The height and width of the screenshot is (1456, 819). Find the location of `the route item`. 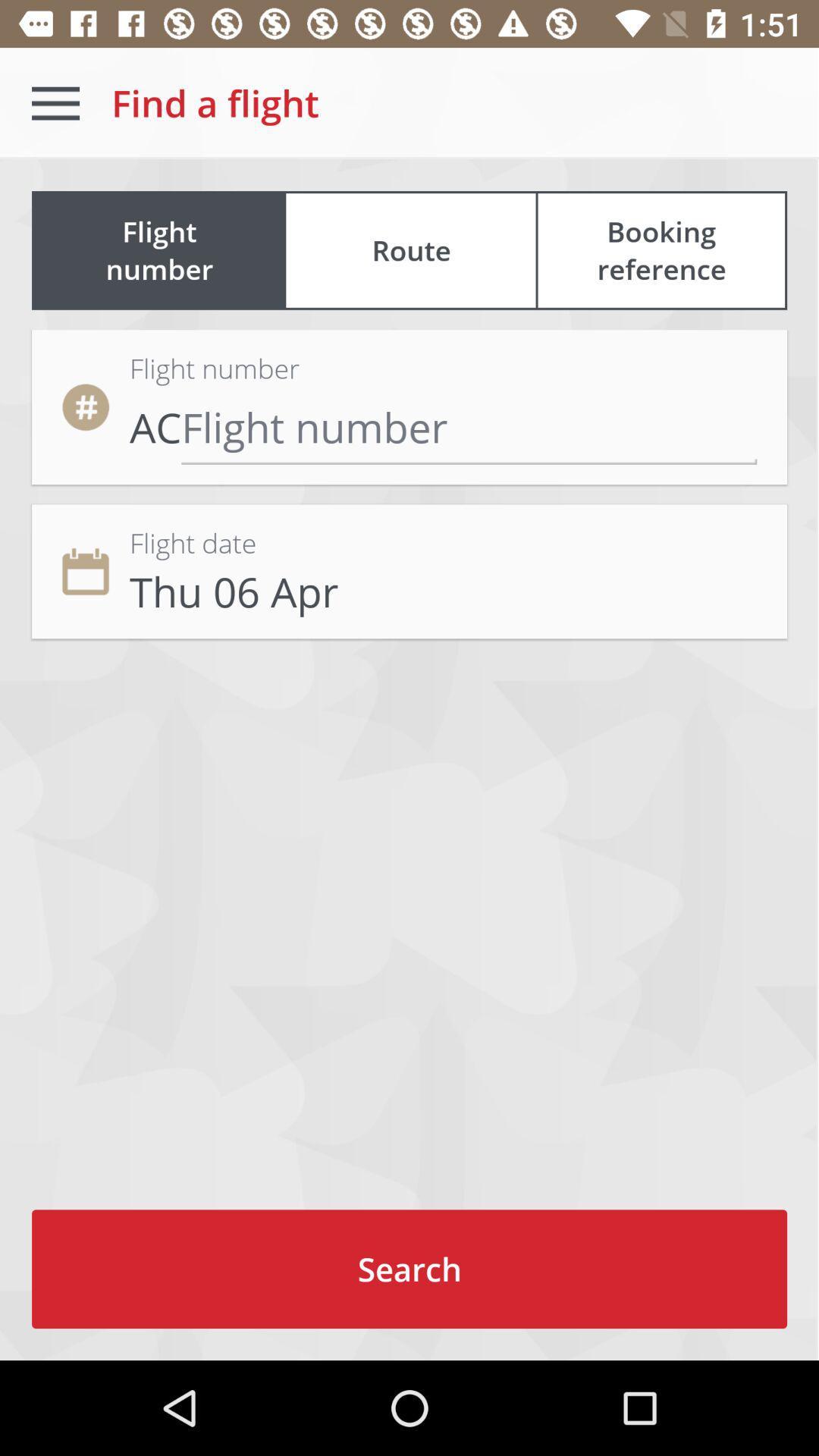

the route item is located at coordinates (411, 250).